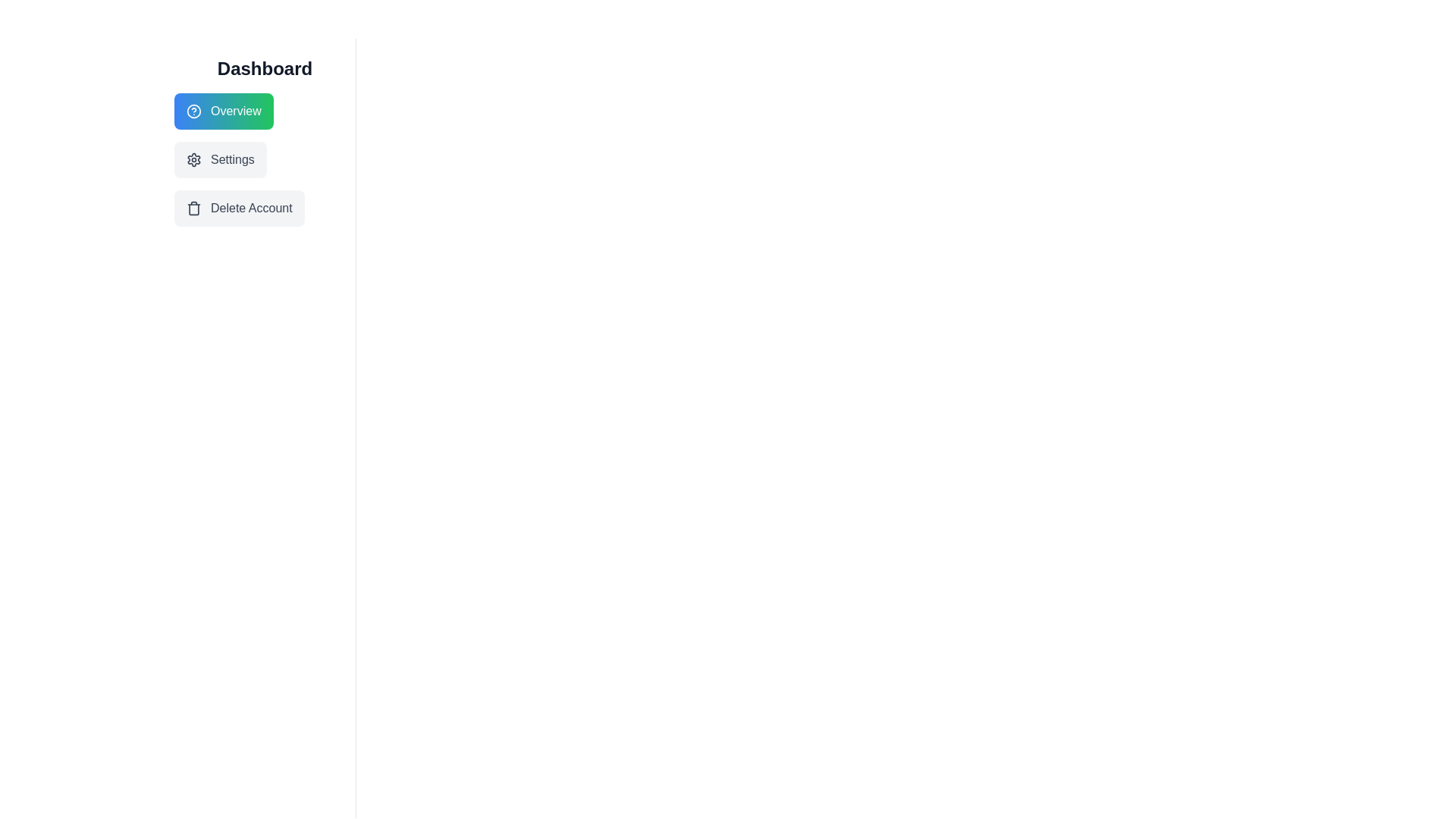  Describe the element at coordinates (231, 160) in the screenshot. I see `the 'Settings' text in the vertical navigation menu, which is the second option below 'Overview' and above 'Delete Account'` at that location.